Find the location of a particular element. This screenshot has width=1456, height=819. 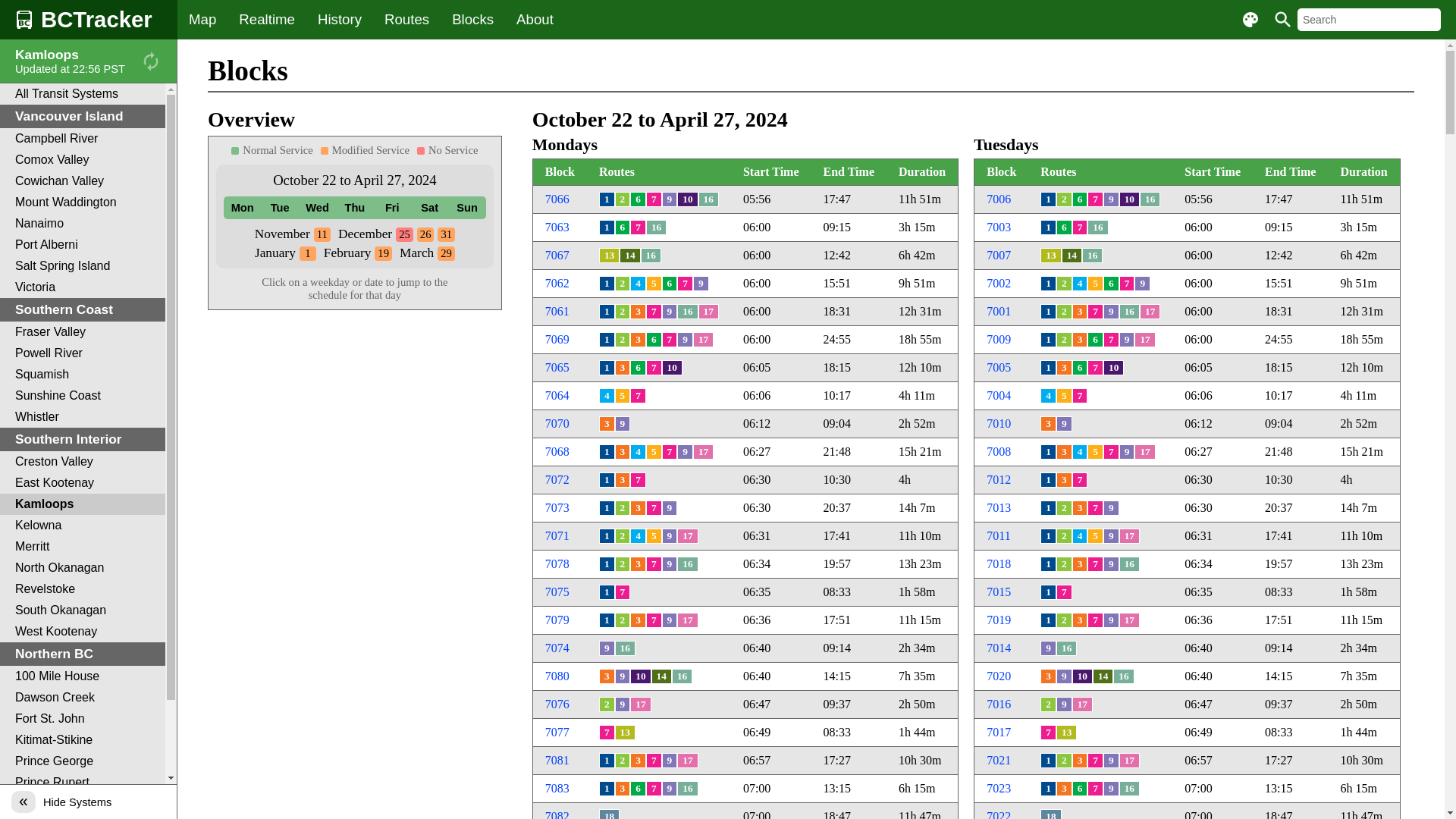

'7010' is located at coordinates (986, 423).